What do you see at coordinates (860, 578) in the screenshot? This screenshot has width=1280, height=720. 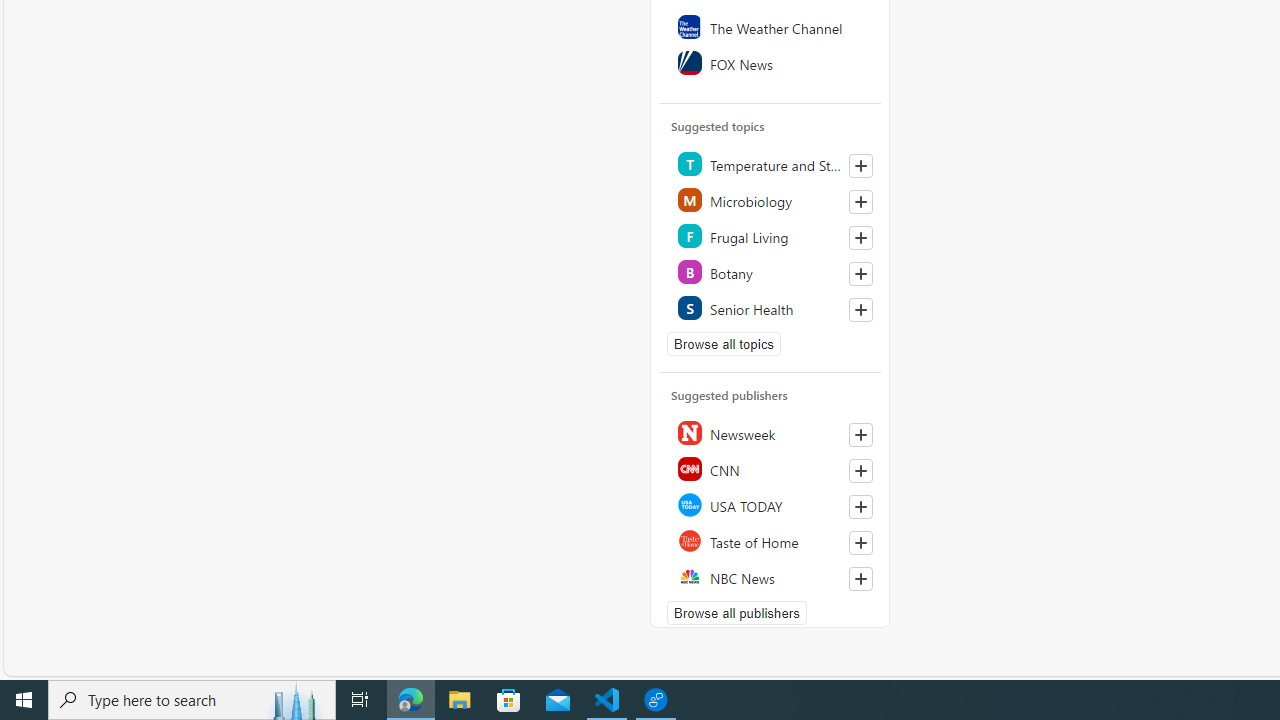 I see `'Follow this source'` at bounding box center [860, 578].